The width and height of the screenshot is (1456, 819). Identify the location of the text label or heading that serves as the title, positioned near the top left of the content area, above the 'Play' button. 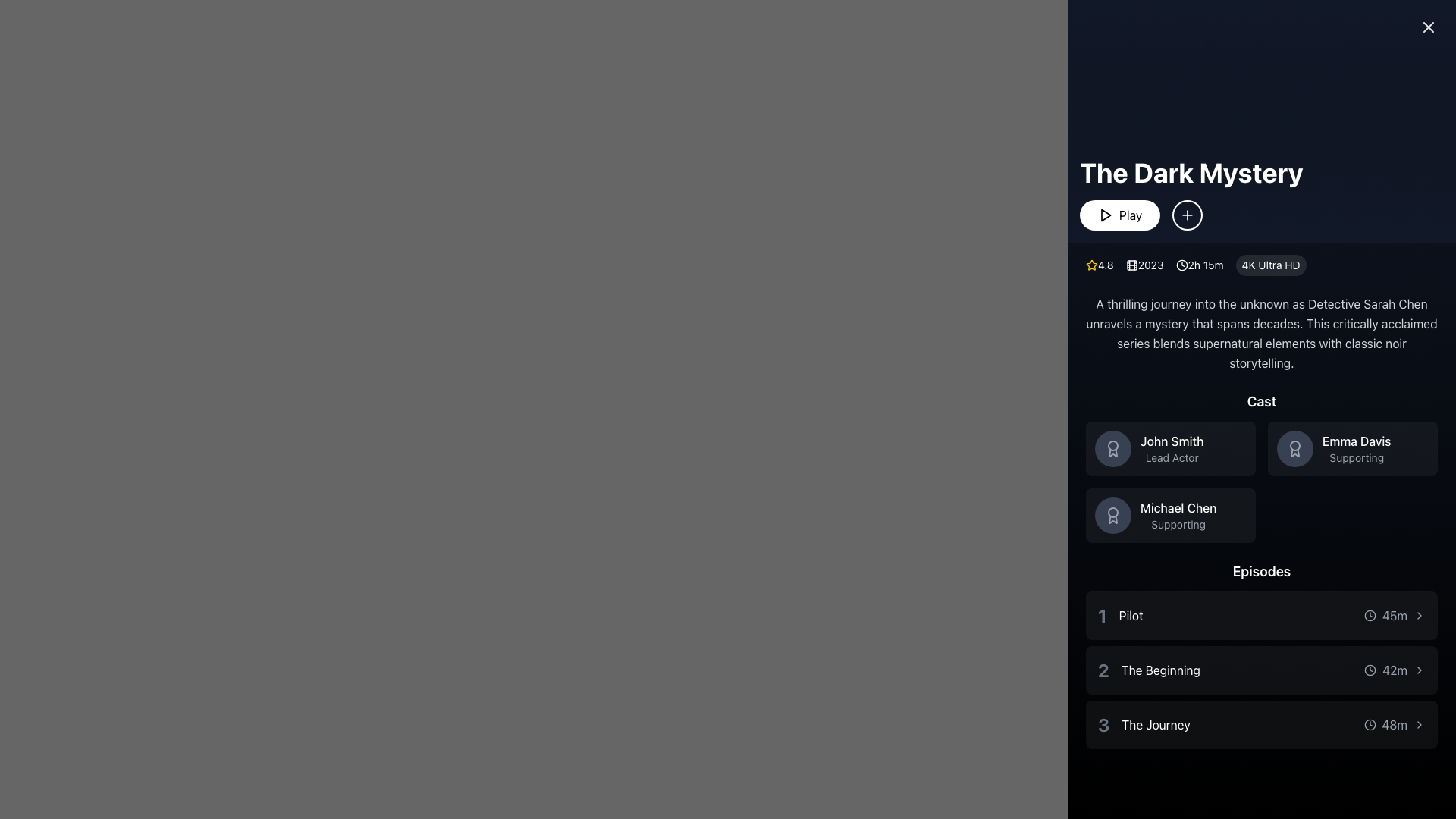
(1191, 171).